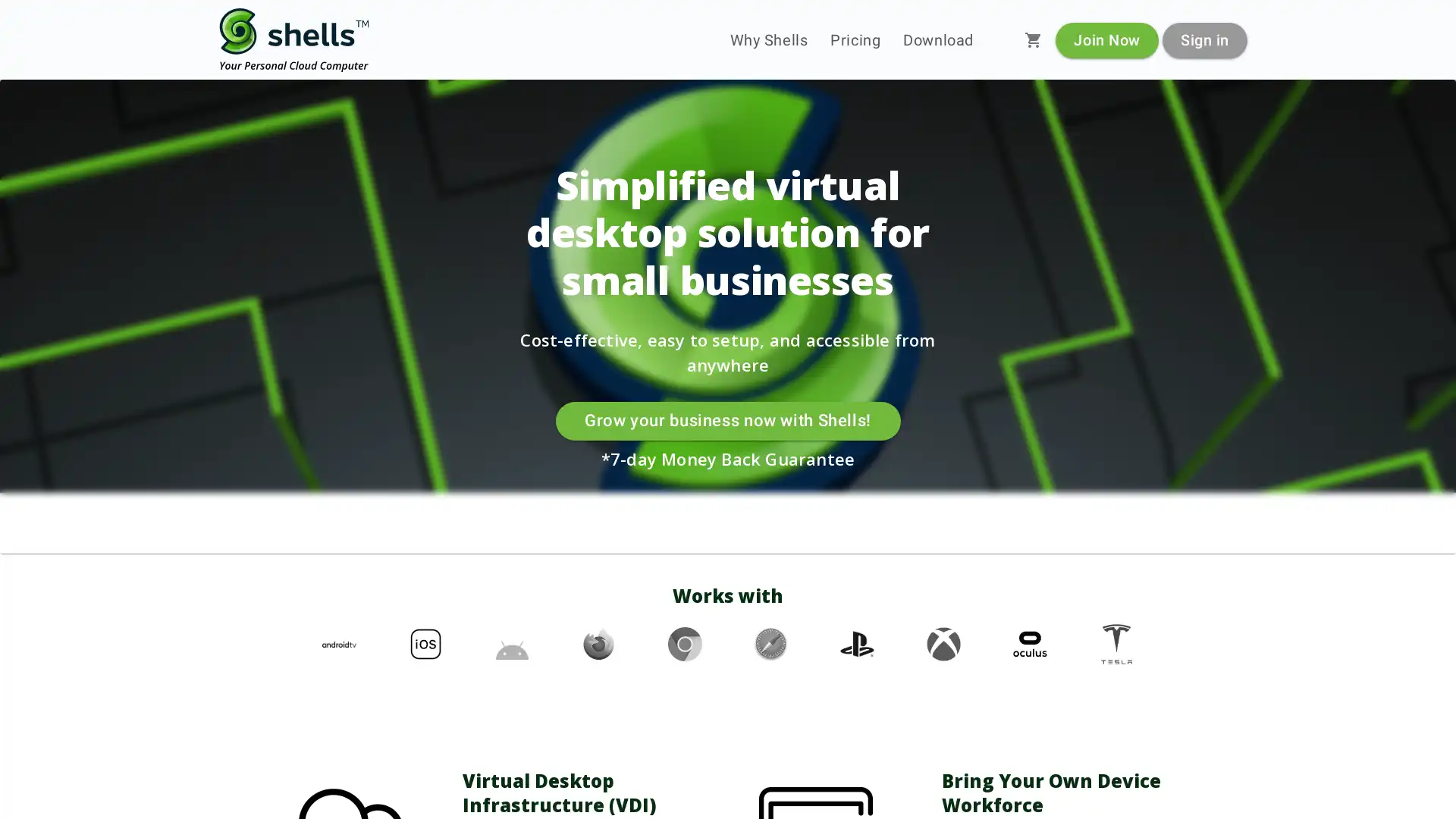  I want to click on Shells Logo, so click(294, 39).